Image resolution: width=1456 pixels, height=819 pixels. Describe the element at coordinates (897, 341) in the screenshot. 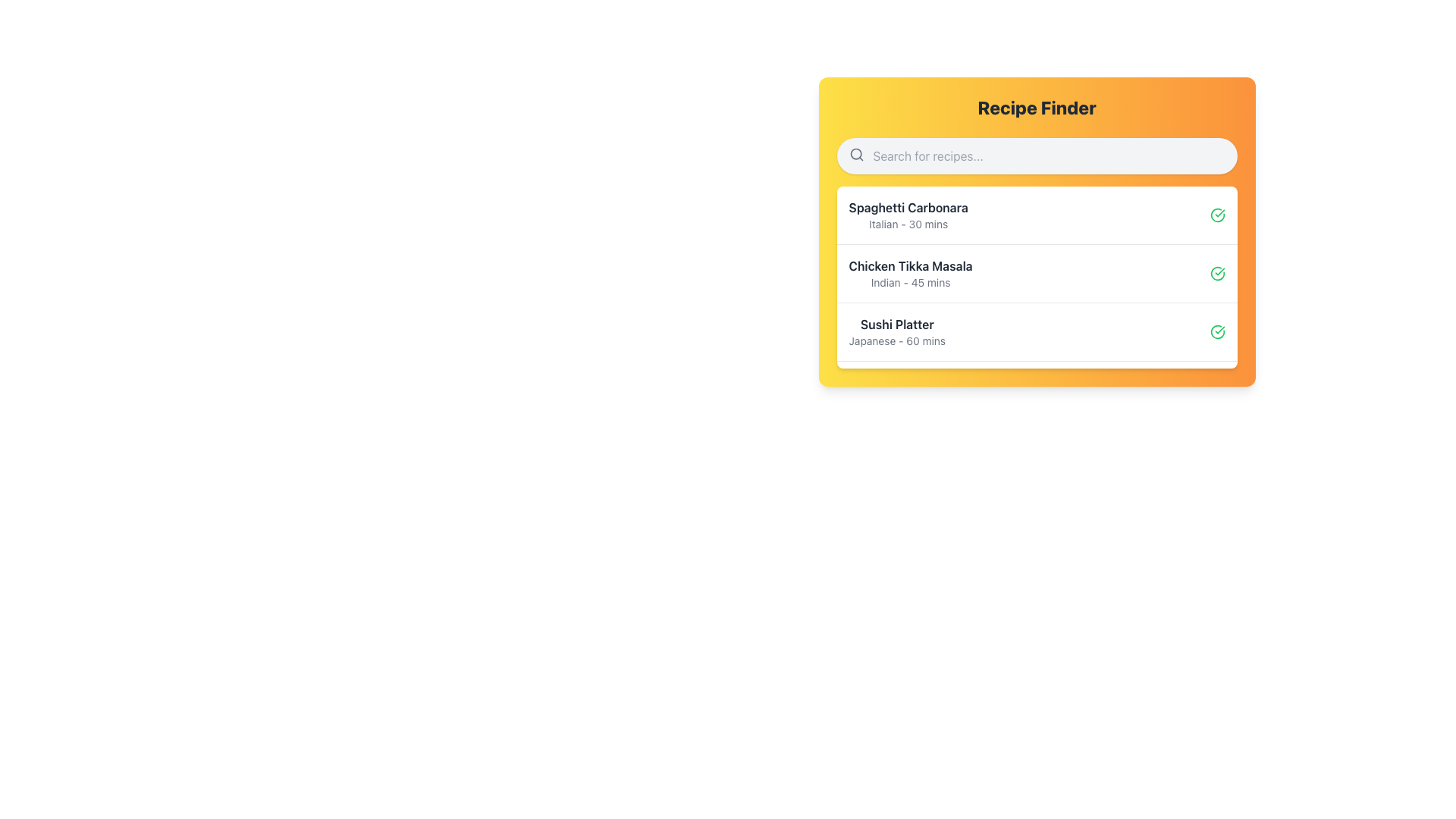

I see `the 'Japanese' cuisine label that specifies the estimated preparation time as '60 mins' under the 'Sushi Platter' recipe entry` at that location.